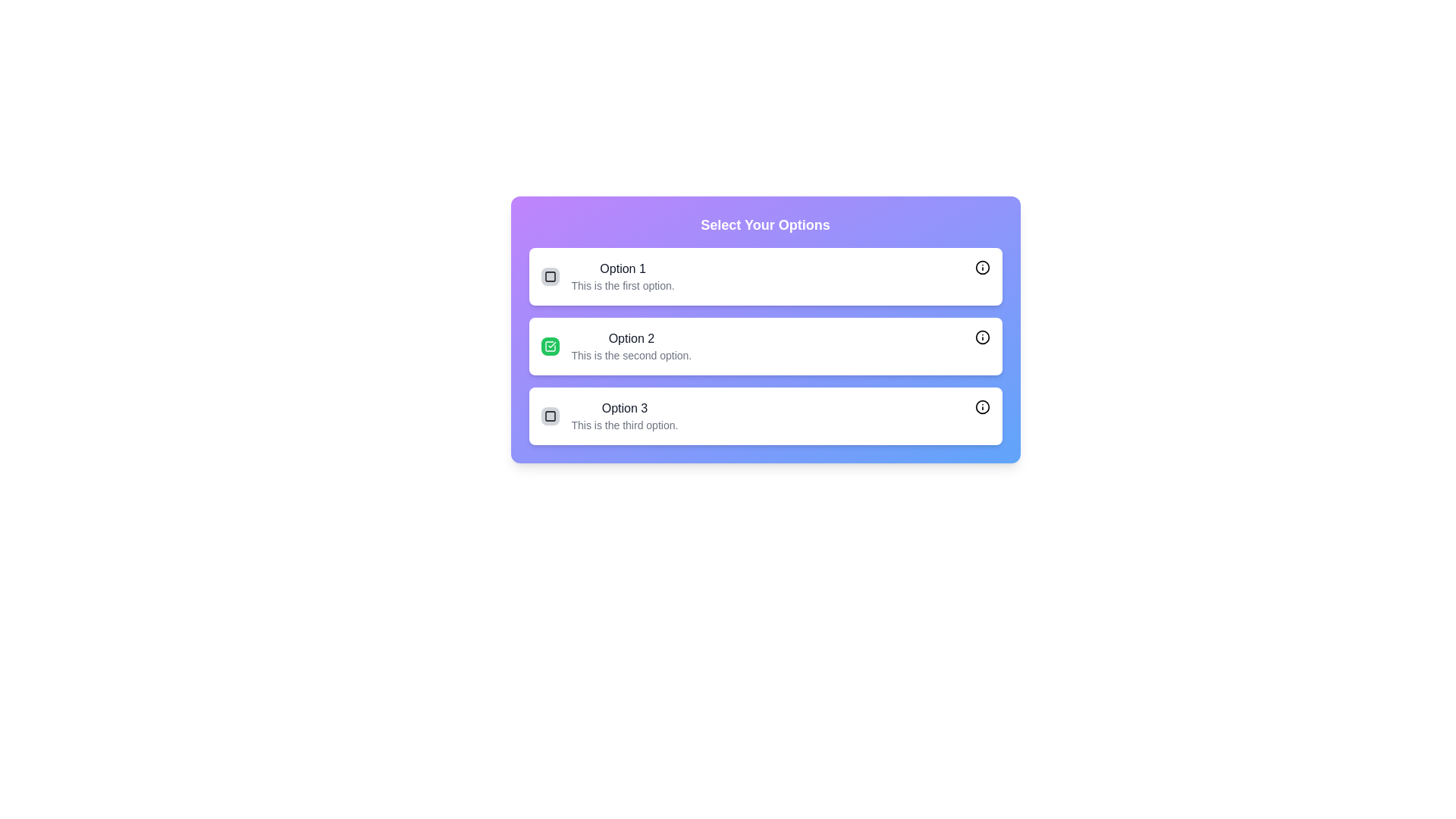 This screenshot has height=819, width=1456. Describe the element at coordinates (624, 416) in the screenshot. I see `the text block displaying 'Option 3'` at that location.